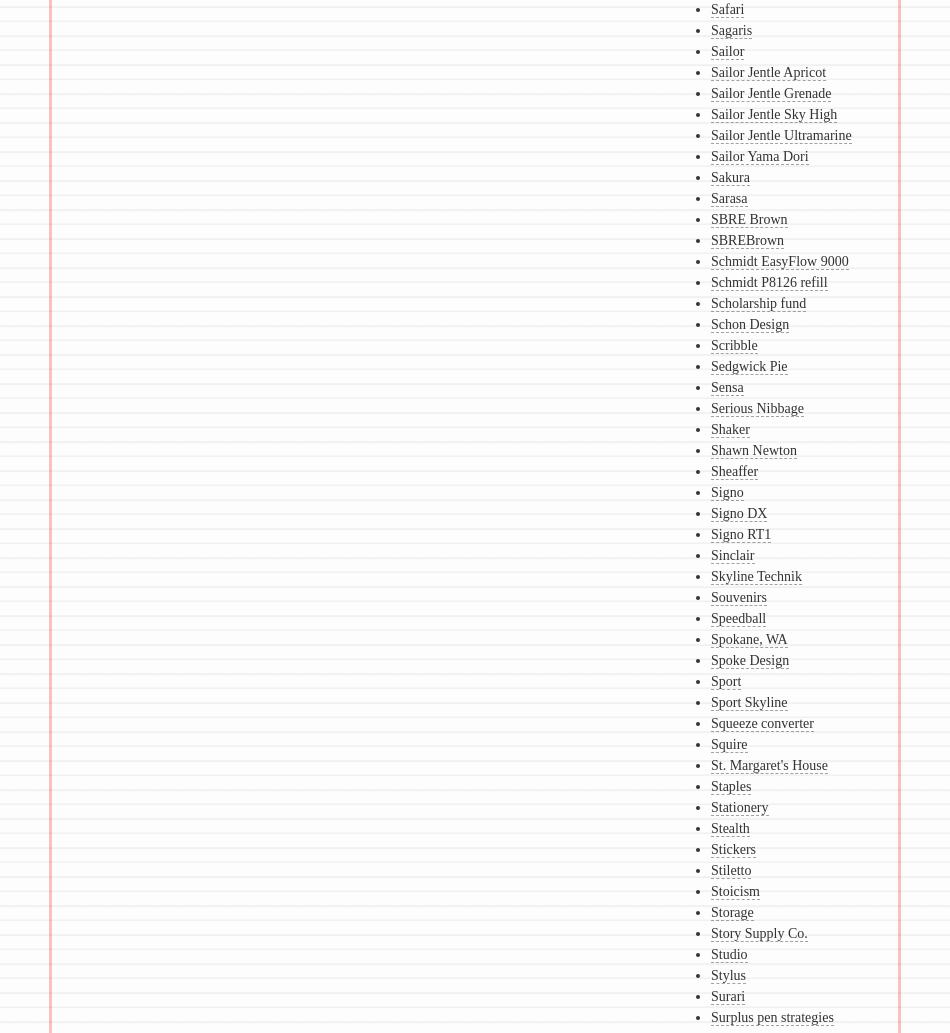 The image size is (950, 1033). I want to click on 'Shaker', so click(728, 429).